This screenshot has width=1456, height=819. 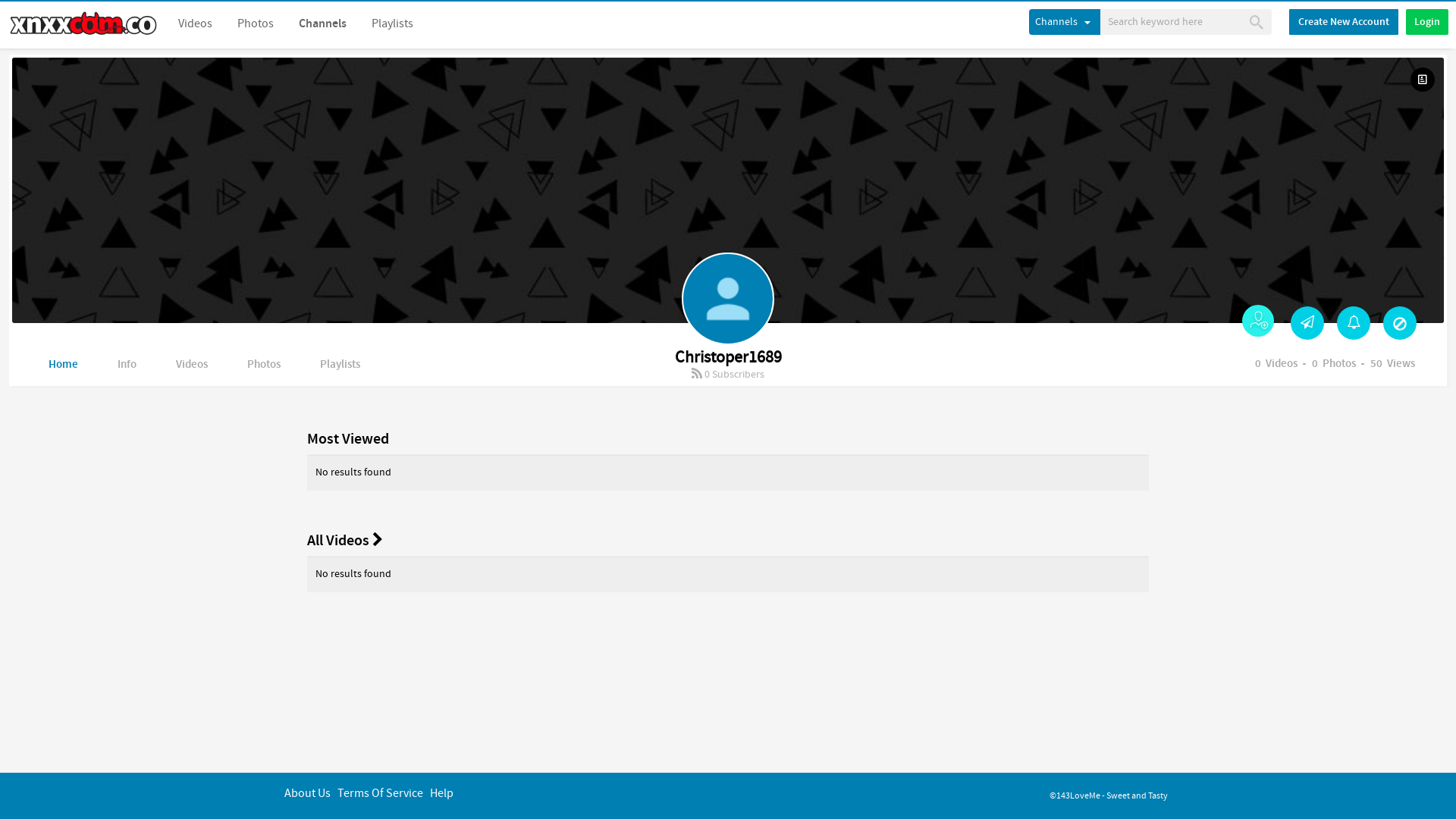 What do you see at coordinates (322, 24) in the screenshot?
I see `'Channels'` at bounding box center [322, 24].